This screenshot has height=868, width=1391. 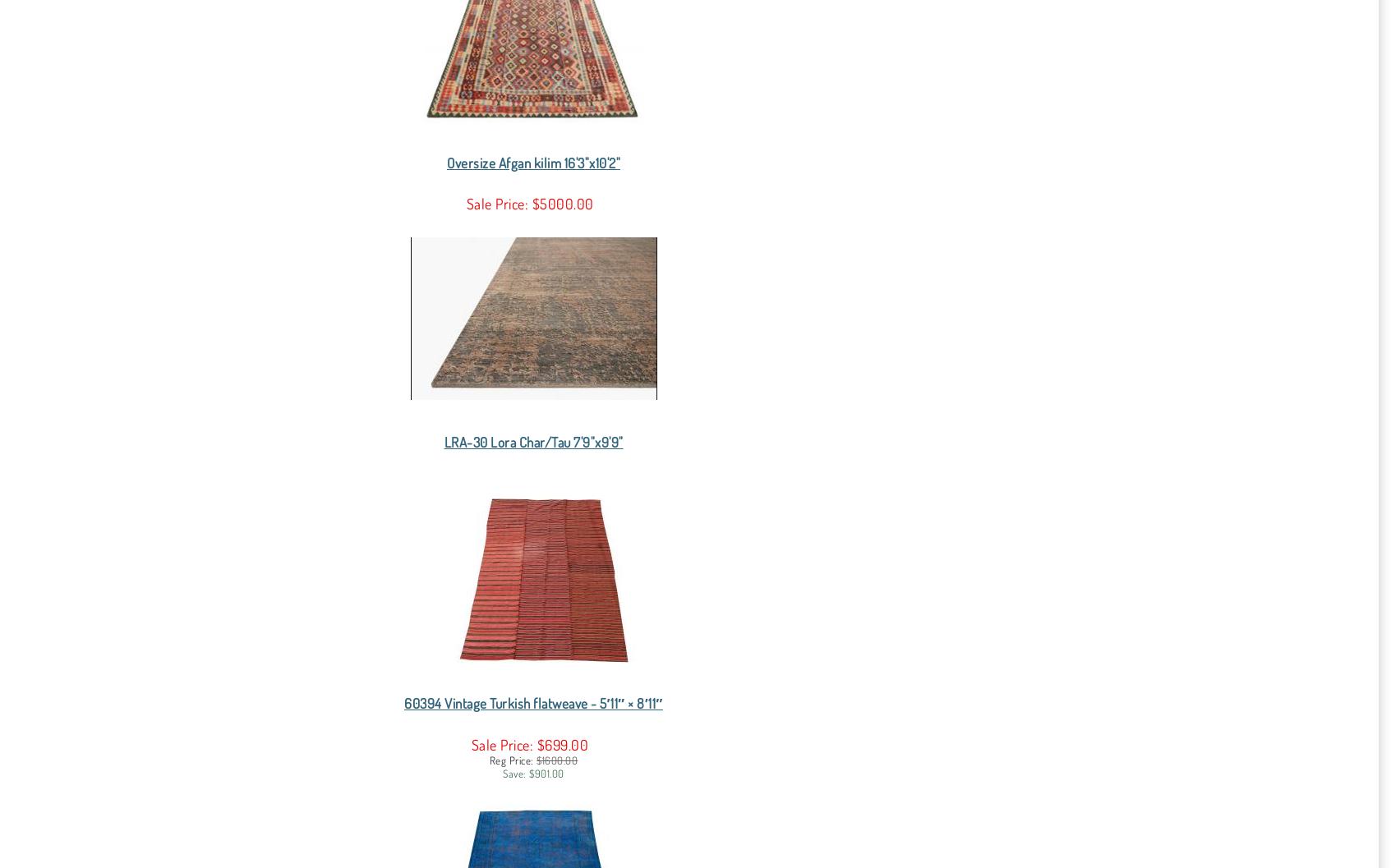 What do you see at coordinates (569, 202) in the screenshot?
I see `'5000.00'` at bounding box center [569, 202].